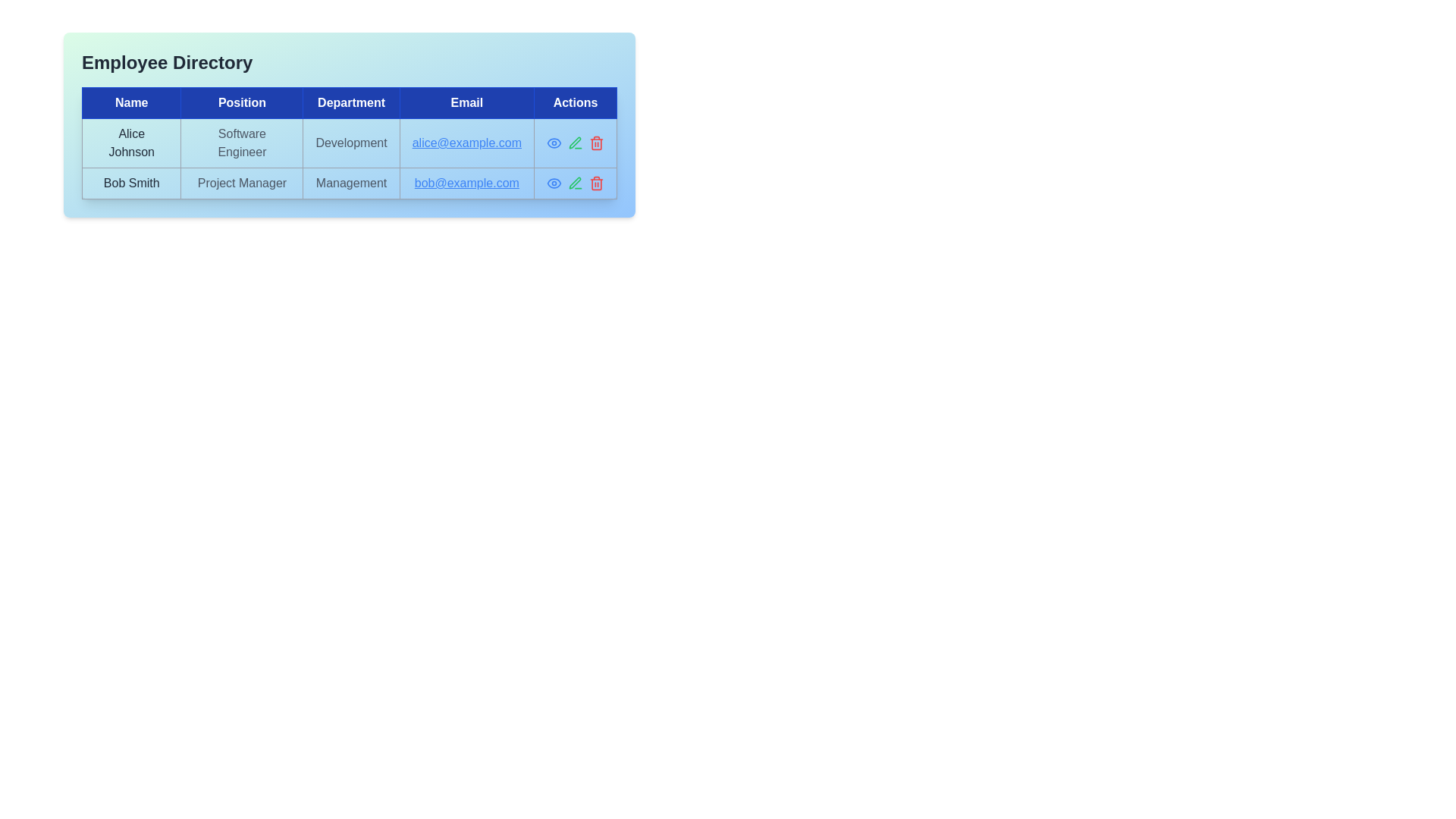  What do you see at coordinates (553, 143) in the screenshot?
I see `the eye icon located in the 'Actions' column of the second row in the 'Employee Directory' table` at bounding box center [553, 143].